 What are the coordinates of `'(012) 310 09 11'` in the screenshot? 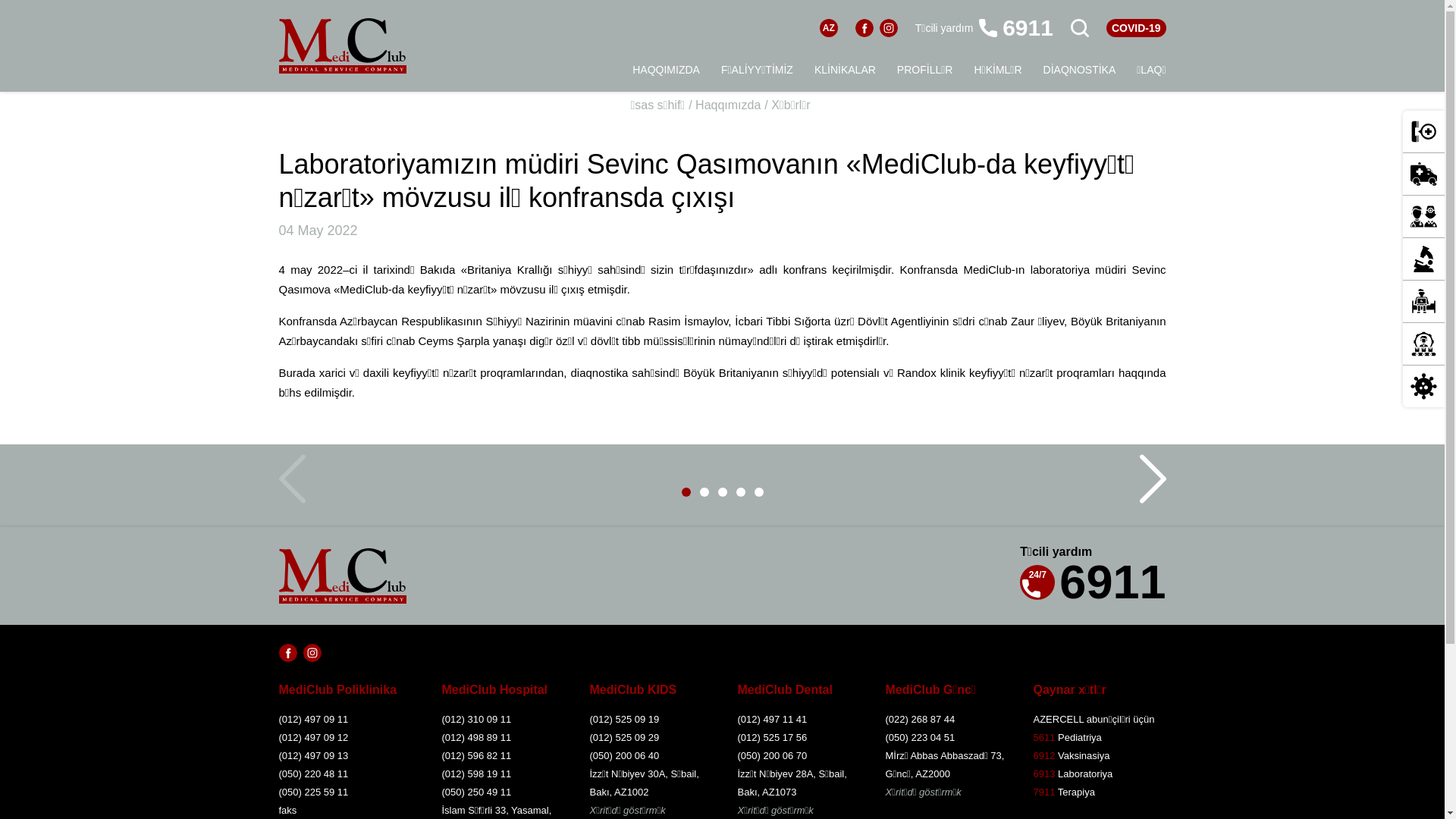 It's located at (502, 718).